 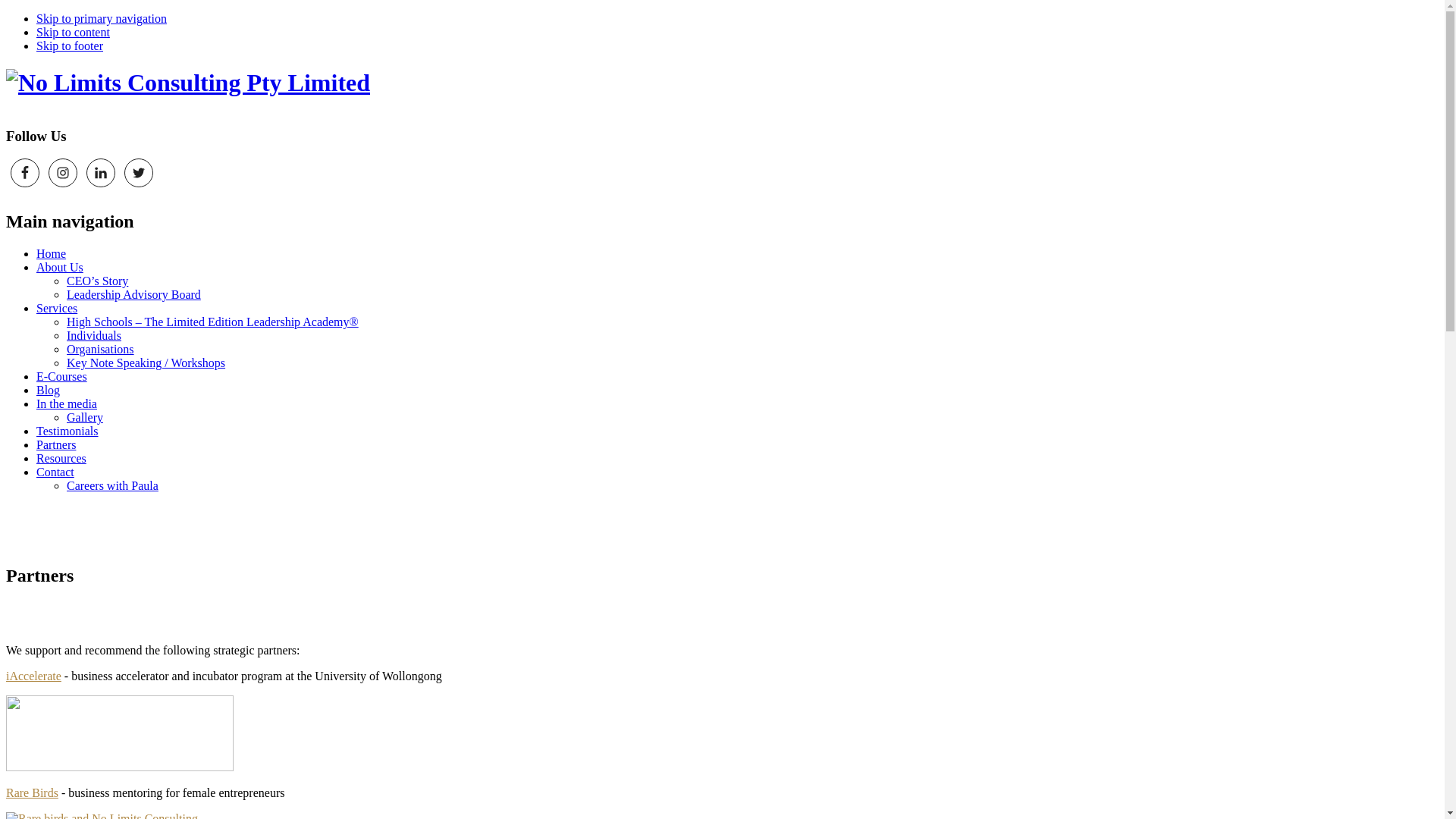 I want to click on 'Contact', so click(x=55, y=471).